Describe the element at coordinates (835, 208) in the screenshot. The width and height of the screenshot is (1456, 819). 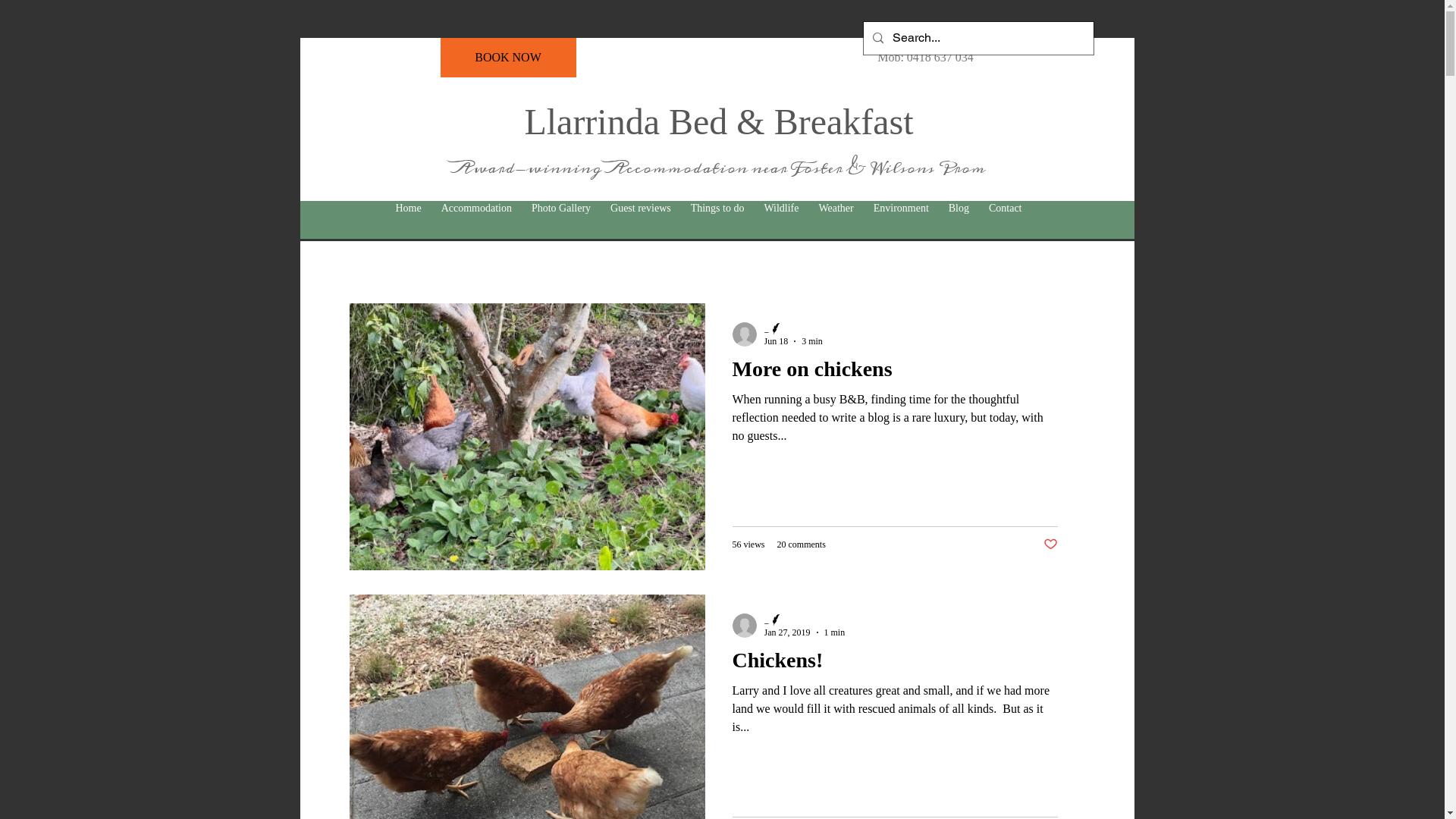
I see `'Weather'` at that location.